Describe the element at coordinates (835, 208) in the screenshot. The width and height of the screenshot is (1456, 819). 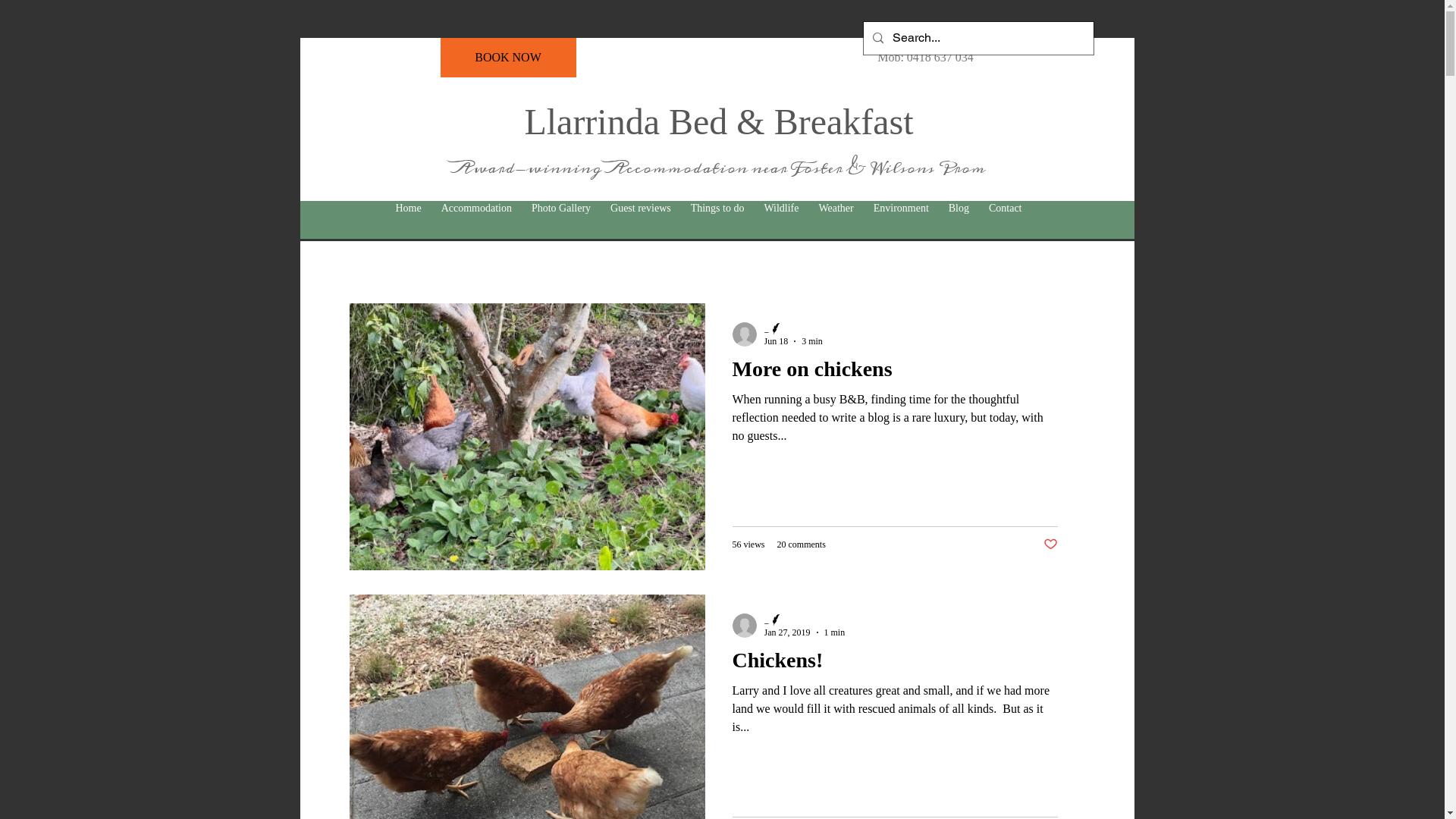
I see `'Weather'` at that location.